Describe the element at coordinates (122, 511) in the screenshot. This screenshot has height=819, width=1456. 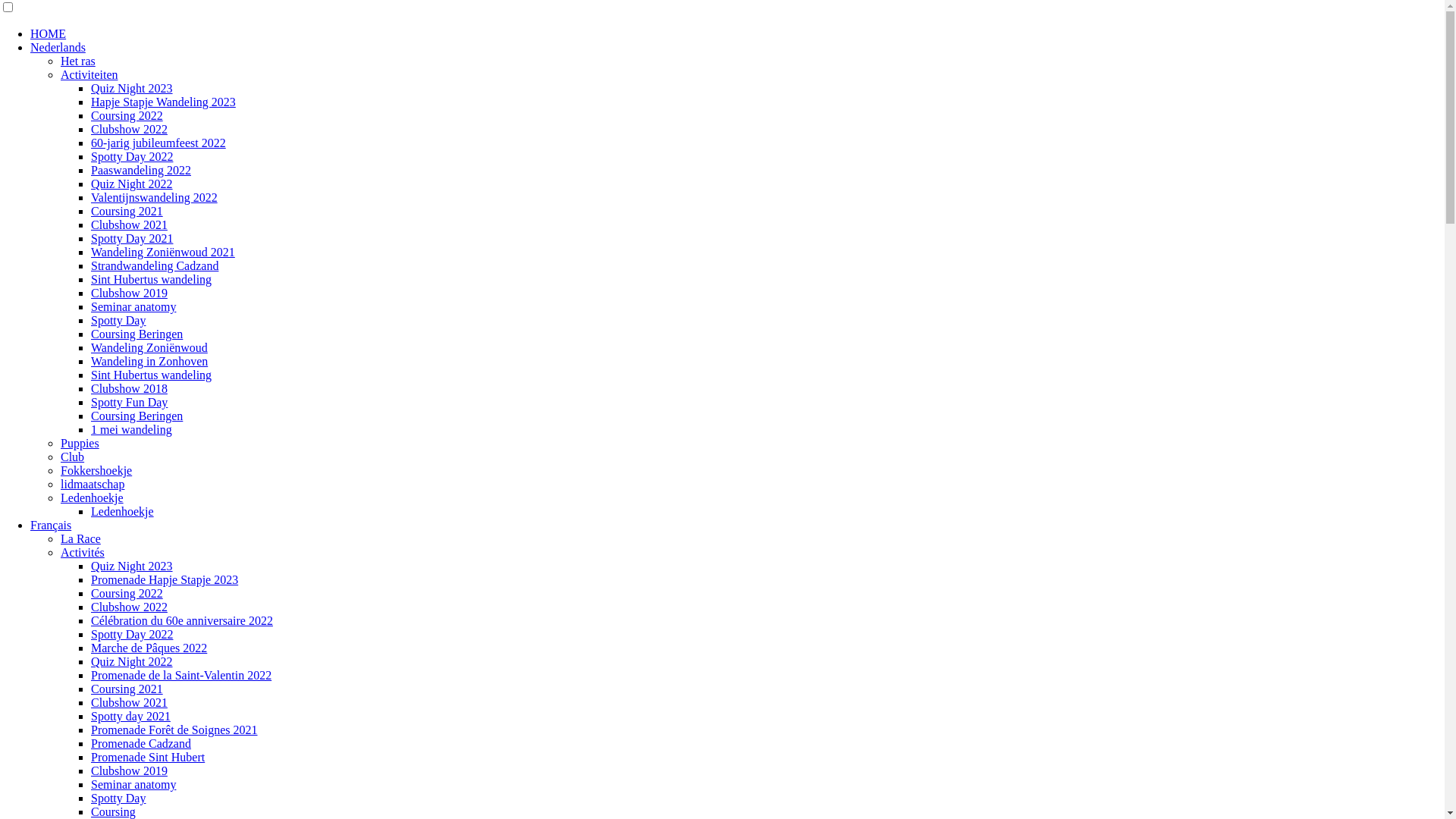
I see `'Ledenhoekje'` at that location.